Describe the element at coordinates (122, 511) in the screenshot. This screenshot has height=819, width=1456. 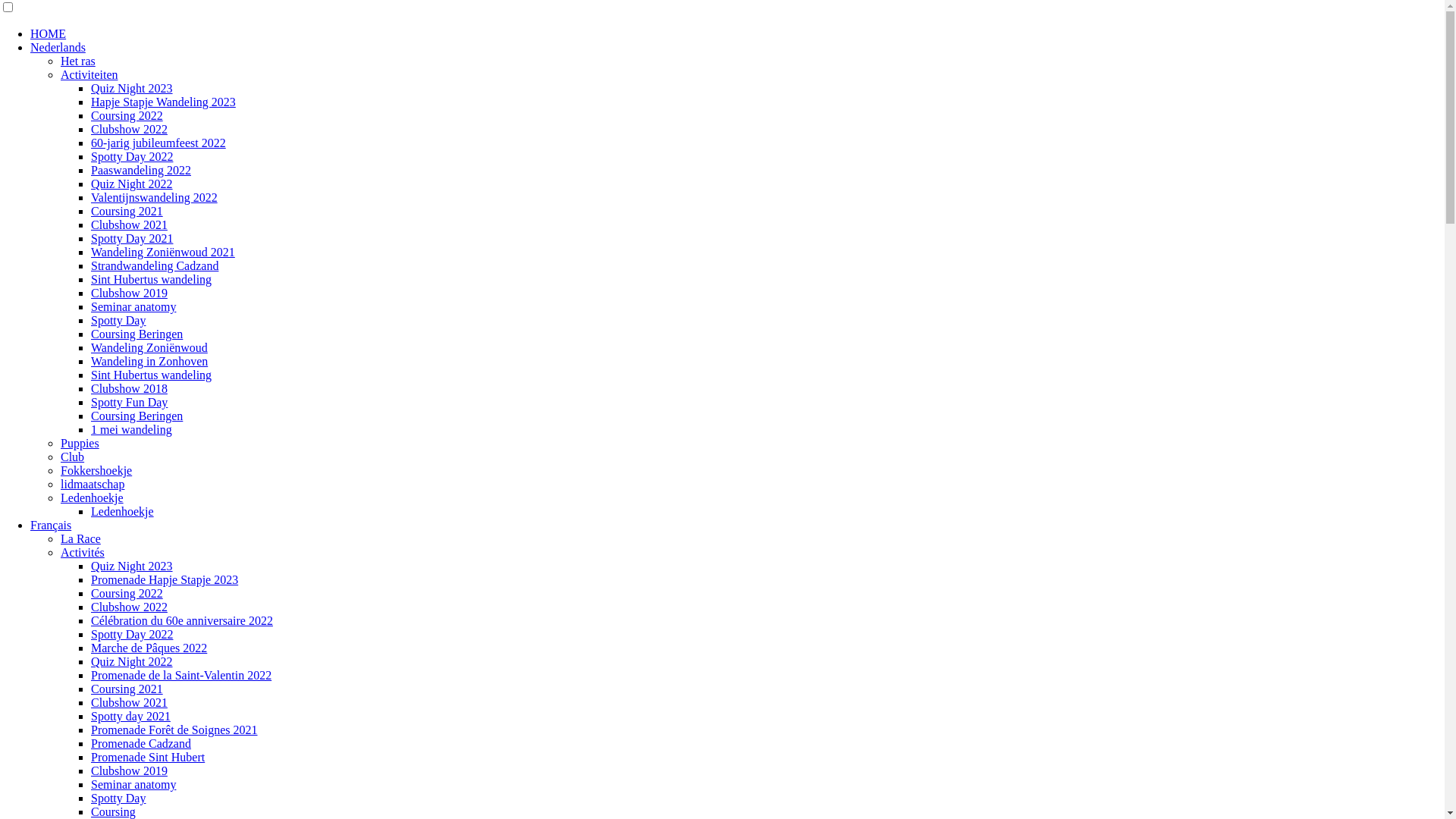
I see `'Ledenhoekje'` at that location.